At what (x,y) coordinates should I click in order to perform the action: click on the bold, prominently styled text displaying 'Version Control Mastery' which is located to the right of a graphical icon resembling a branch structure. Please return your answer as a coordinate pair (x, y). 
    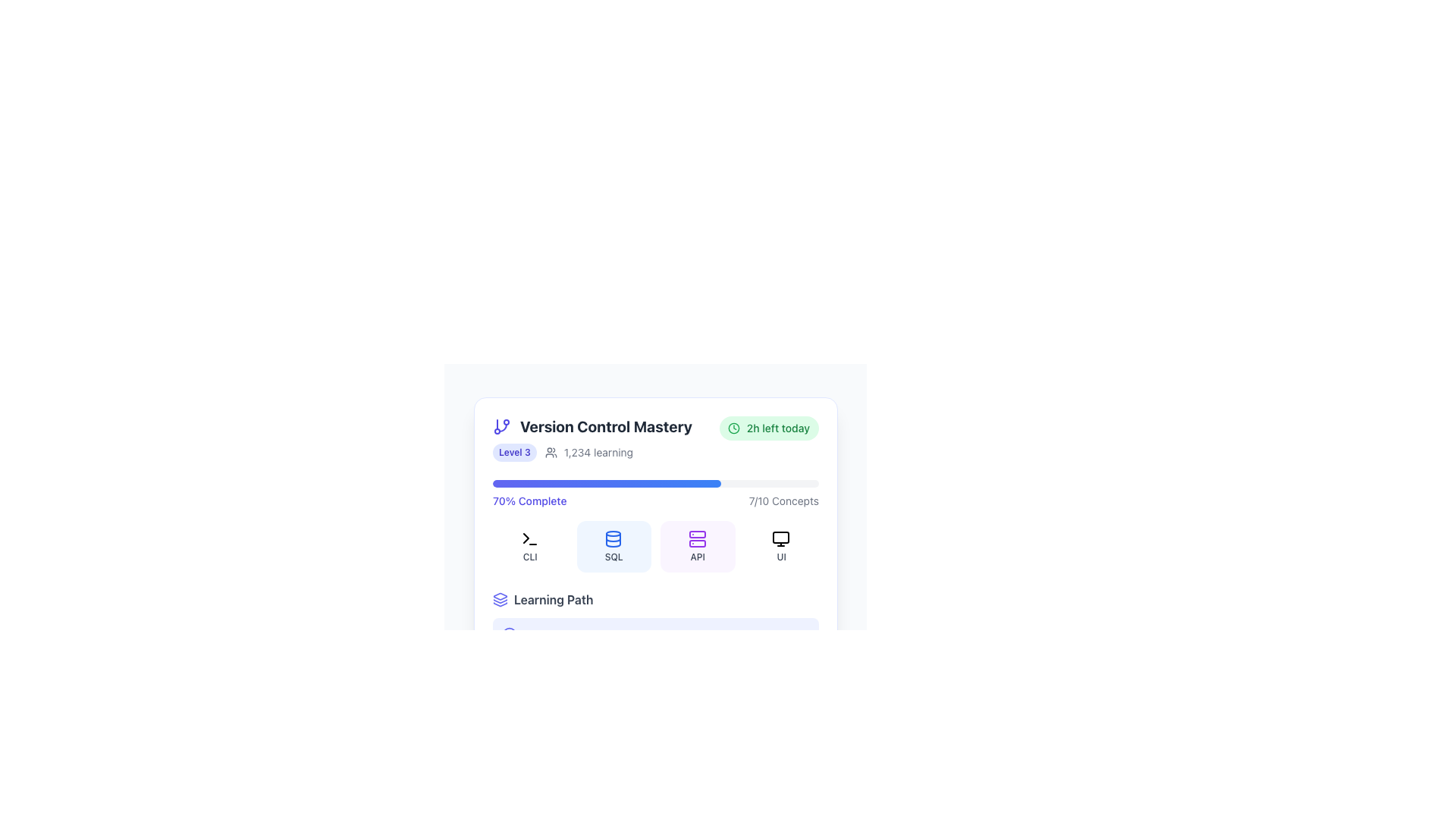
    Looking at the image, I should click on (604, 427).